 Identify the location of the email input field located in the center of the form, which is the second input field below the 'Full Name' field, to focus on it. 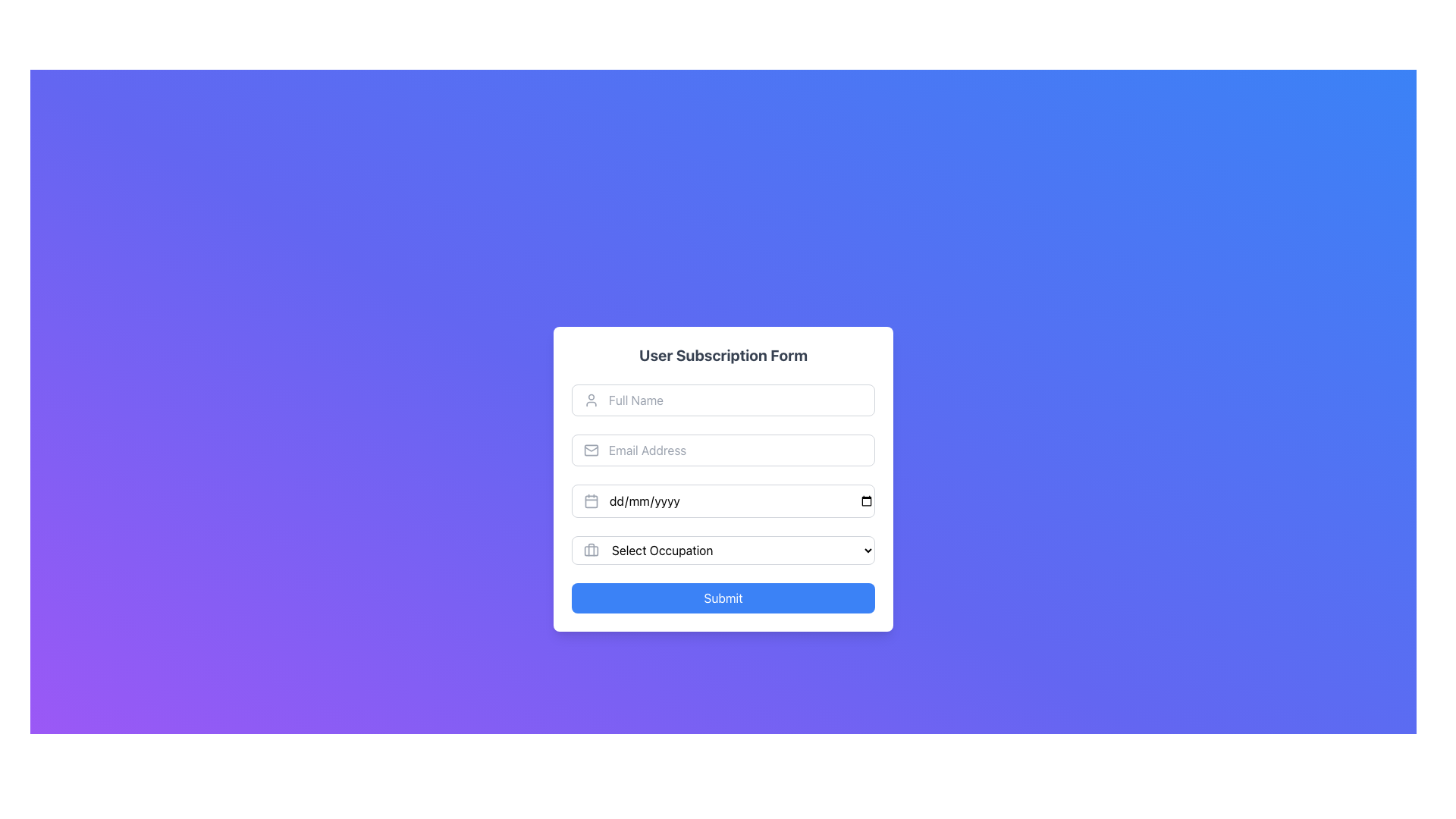
(723, 450).